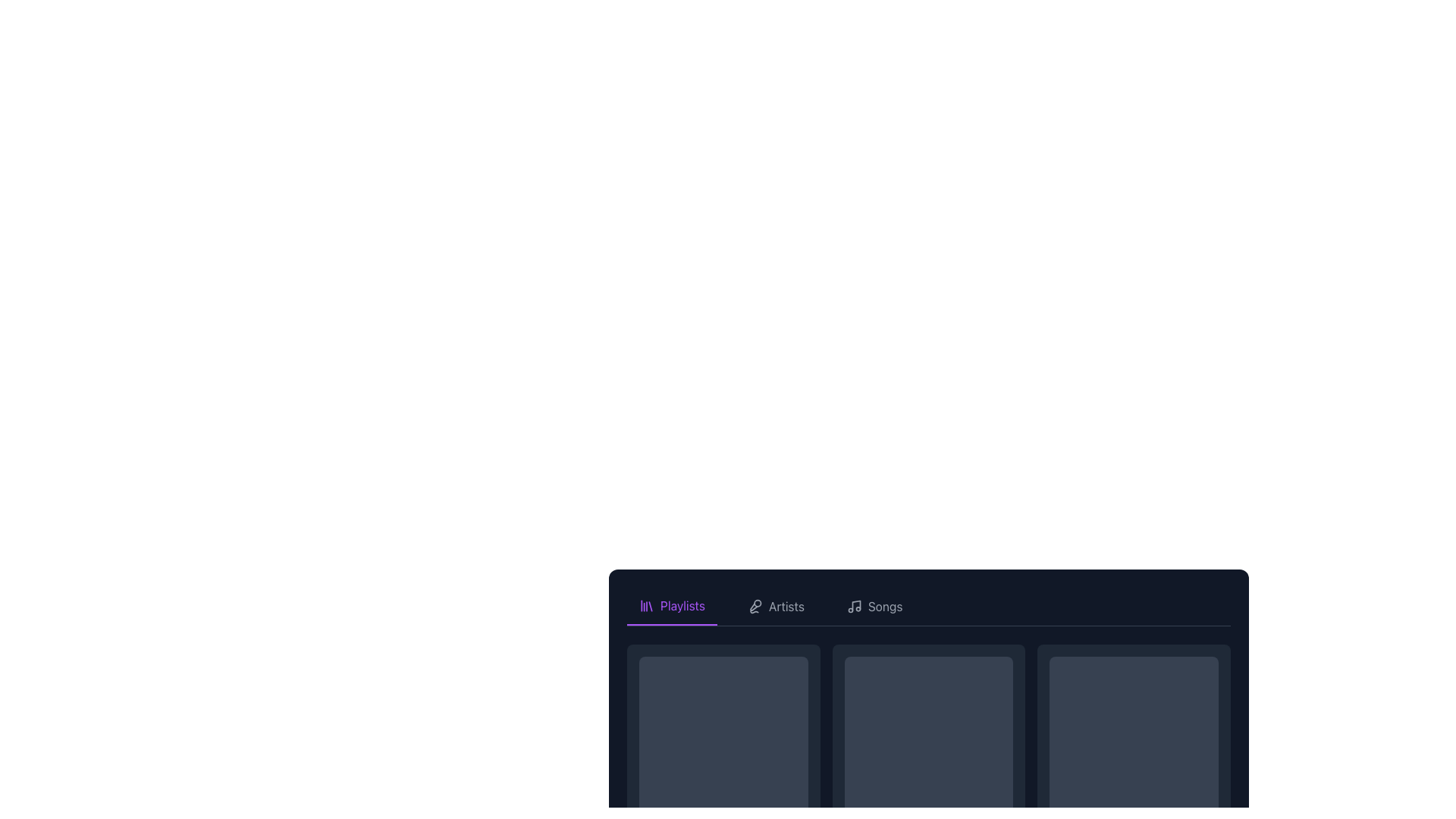 The height and width of the screenshot is (819, 1456). Describe the element at coordinates (776, 605) in the screenshot. I see `the 'Artists' navigation tab, which is the second tab from the left in the horizontal navigation bar` at that location.